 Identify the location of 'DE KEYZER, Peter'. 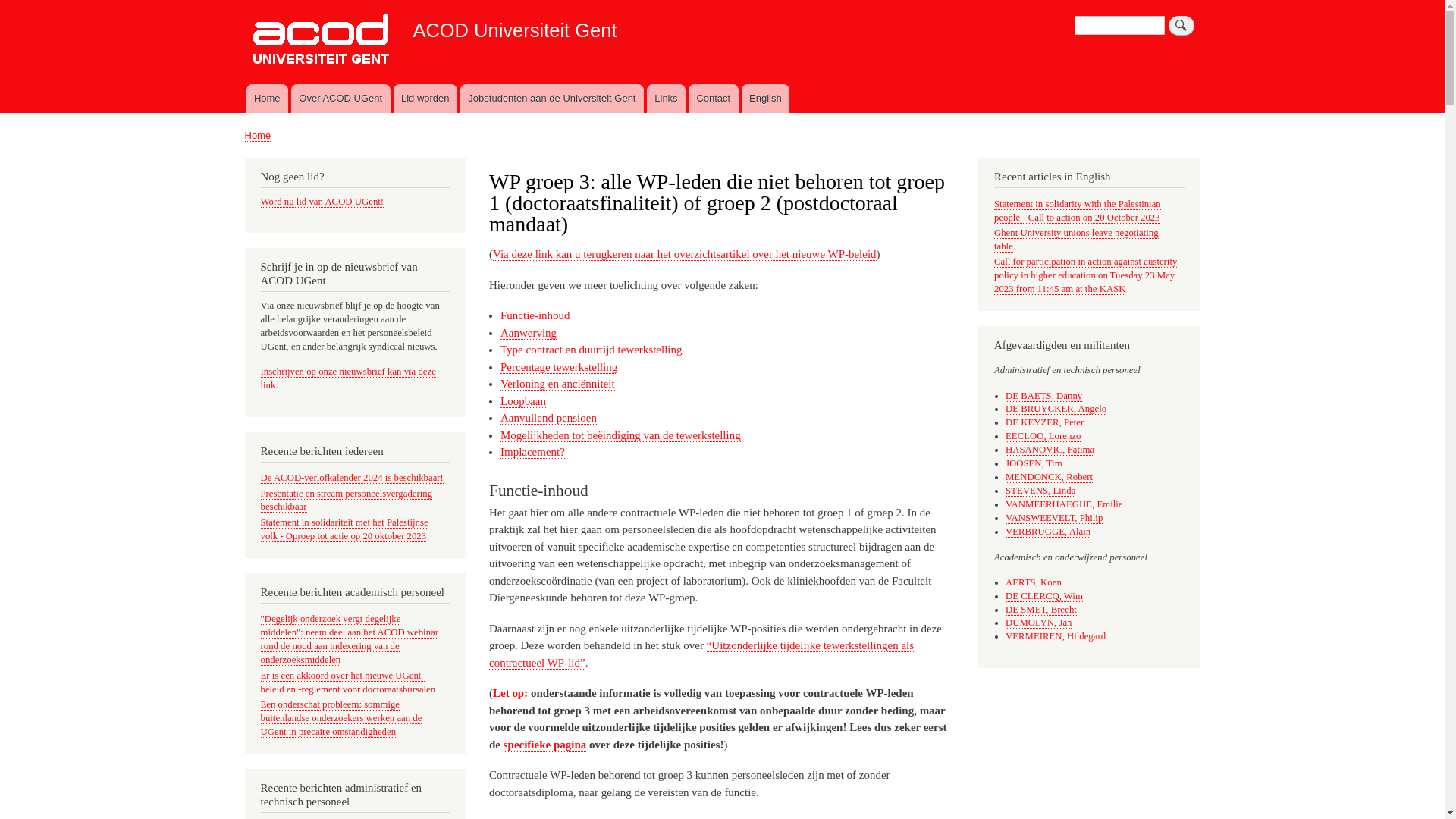
(1043, 422).